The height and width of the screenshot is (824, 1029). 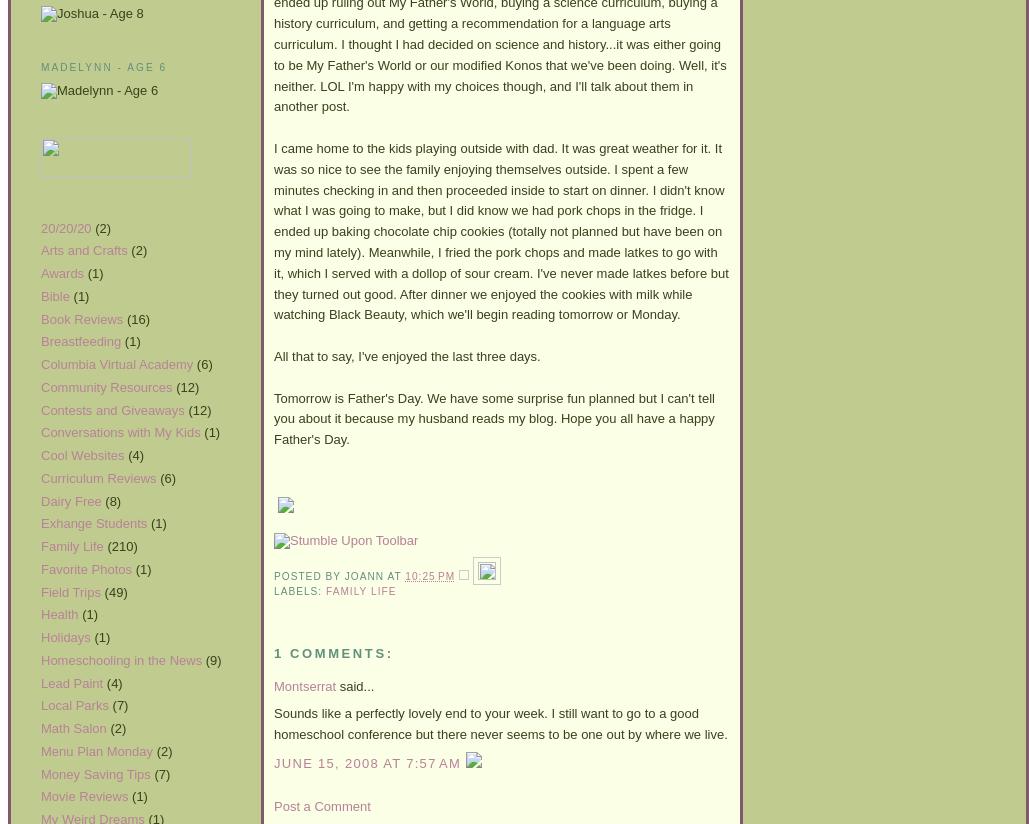 What do you see at coordinates (369, 762) in the screenshot?
I see `'June 15, 2008 at 7:57 AM'` at bounding box center [369, 762].